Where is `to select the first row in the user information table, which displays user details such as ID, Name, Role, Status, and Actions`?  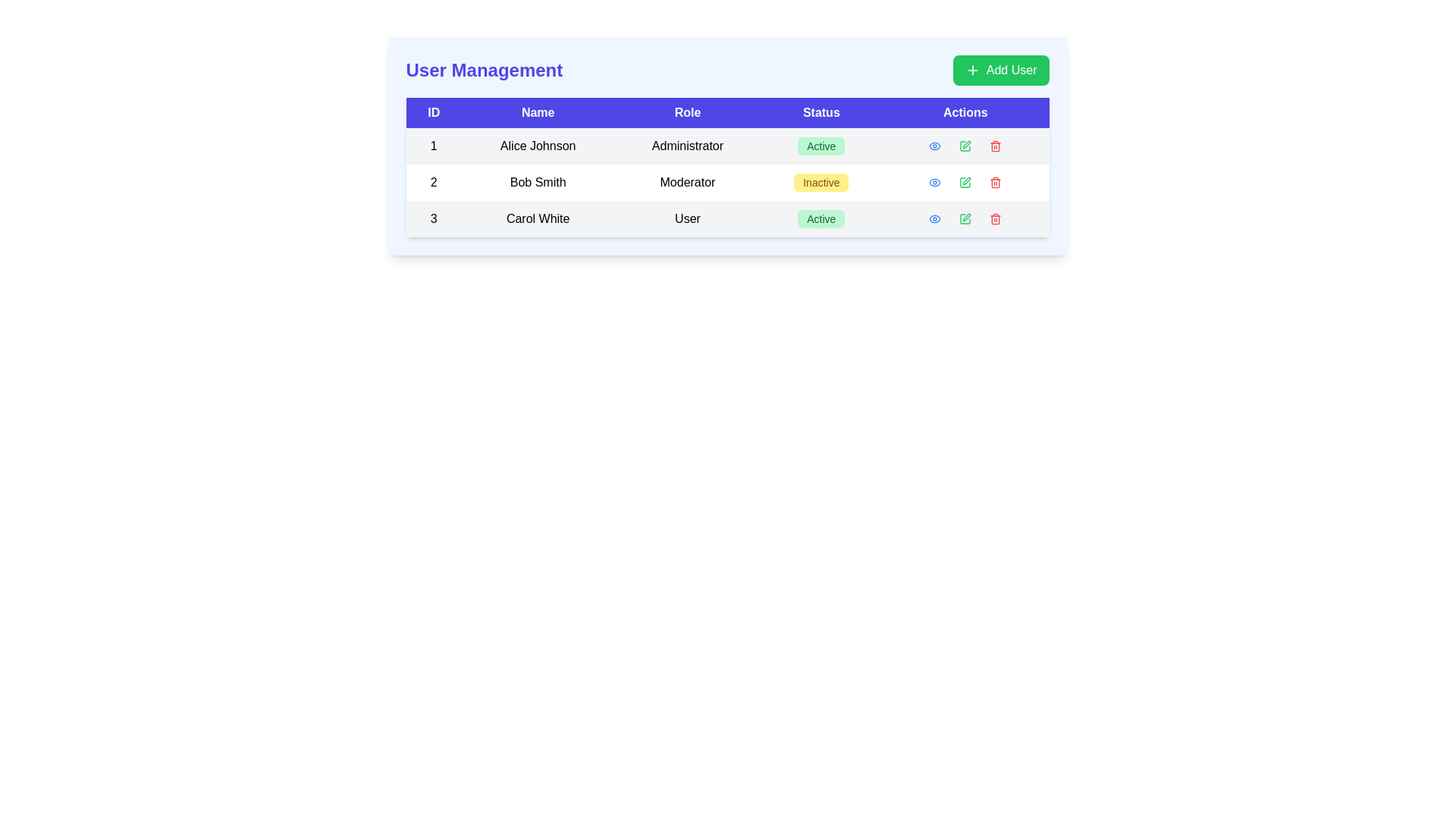
to select the first row in the user information table, which displays user details such as ID, Name, Role, Status, and Actions is located at coordinates (726, 146).